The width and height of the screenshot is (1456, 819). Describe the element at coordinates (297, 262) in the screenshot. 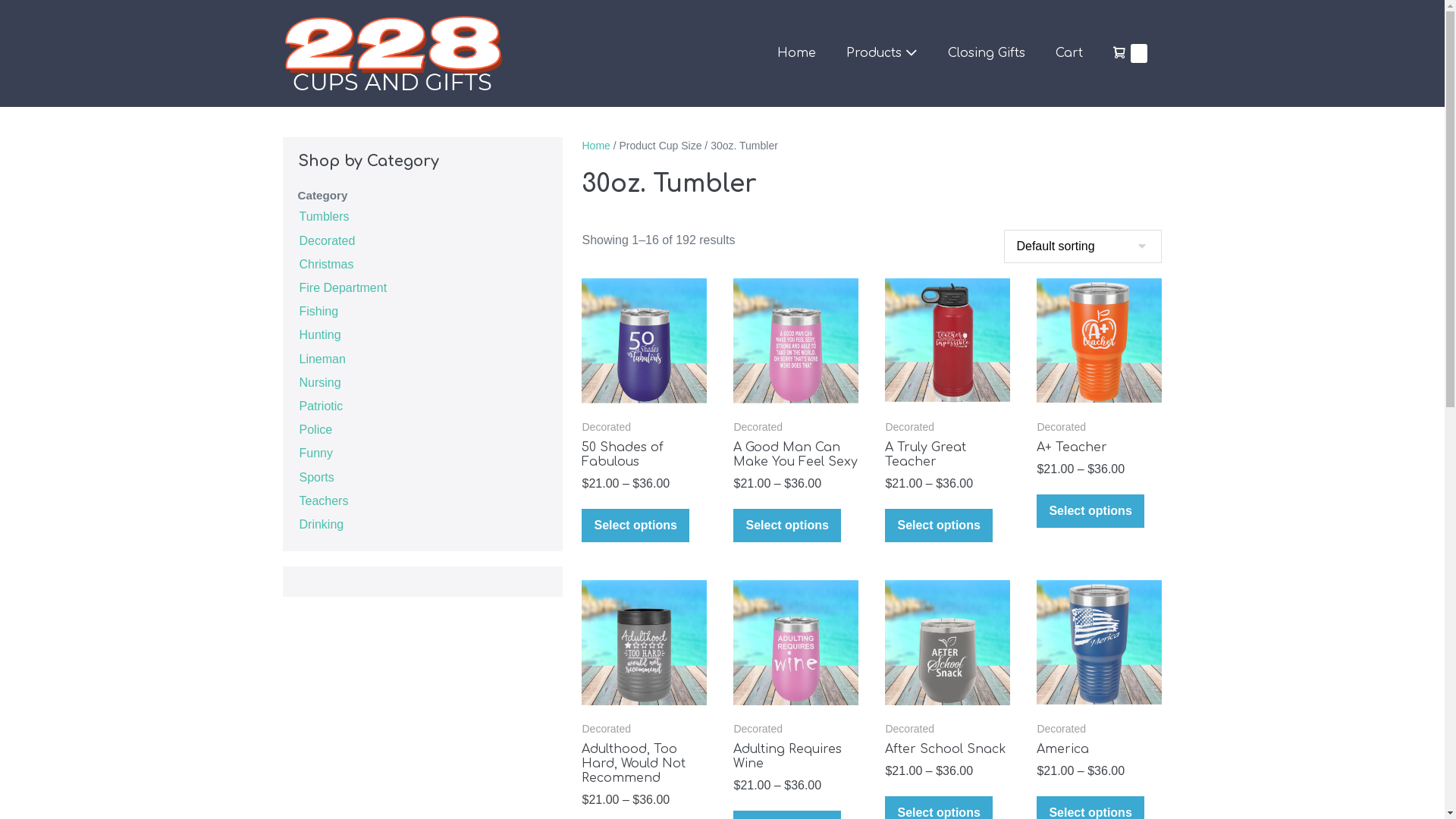

I see `'Christmas'` at that location.